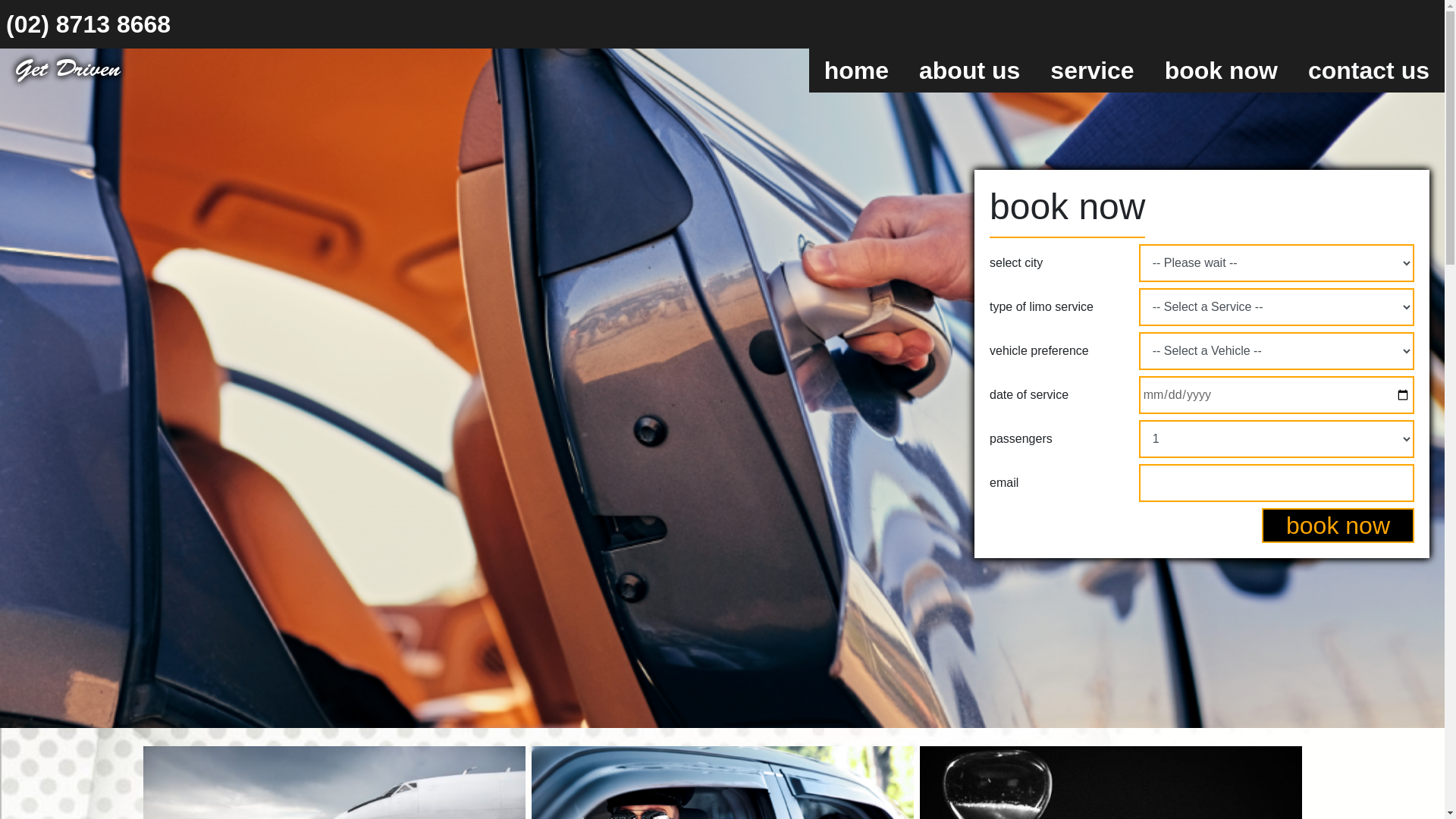 The width and height of the screenshot is (1456, 819). What do you see at coordinates (1092, 70) in the screenshot?
I see `'service'` at bounding box center [1092, 70].